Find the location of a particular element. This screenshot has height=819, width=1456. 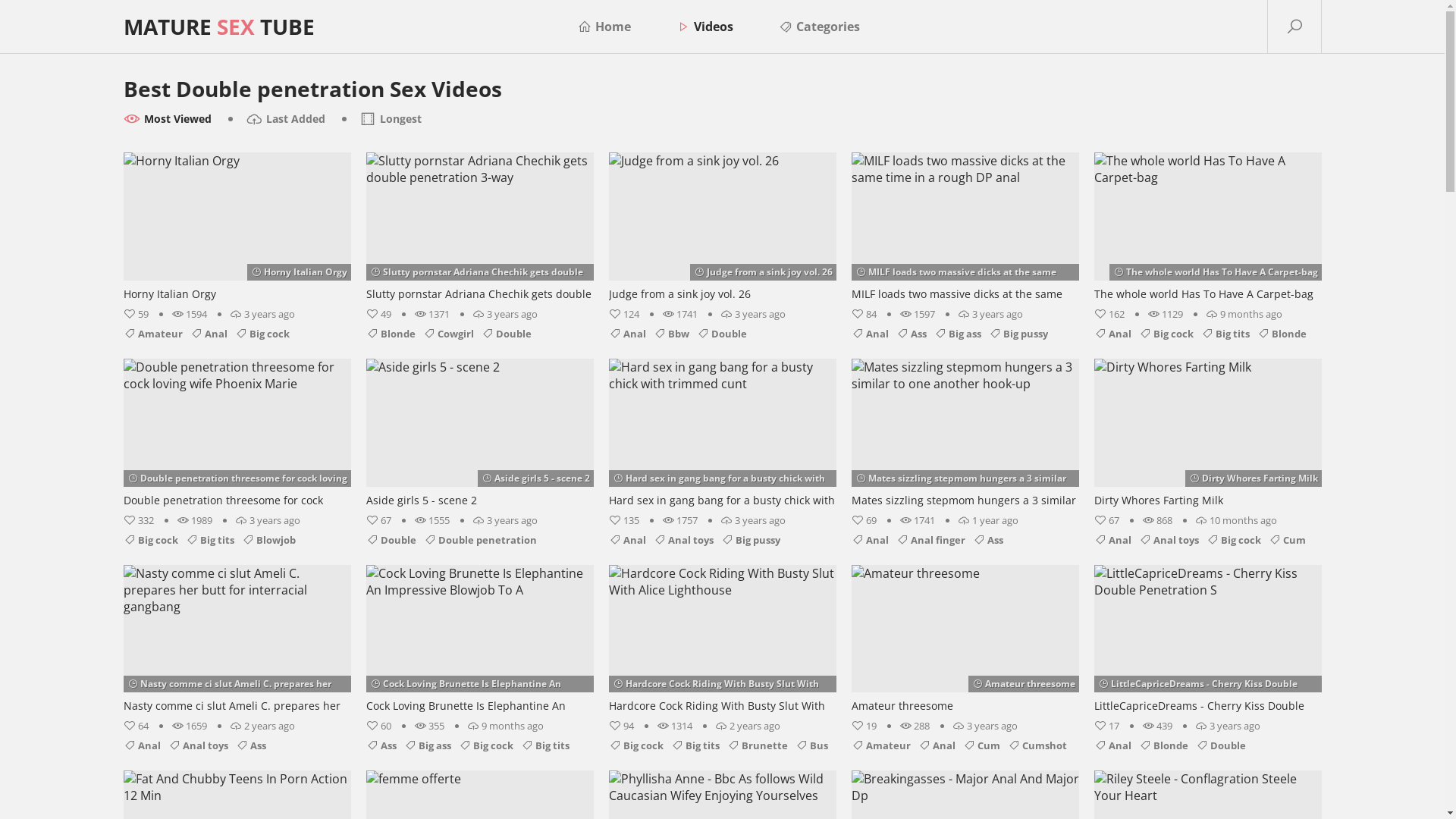

'Longest' is located at coordinates (390, 118).